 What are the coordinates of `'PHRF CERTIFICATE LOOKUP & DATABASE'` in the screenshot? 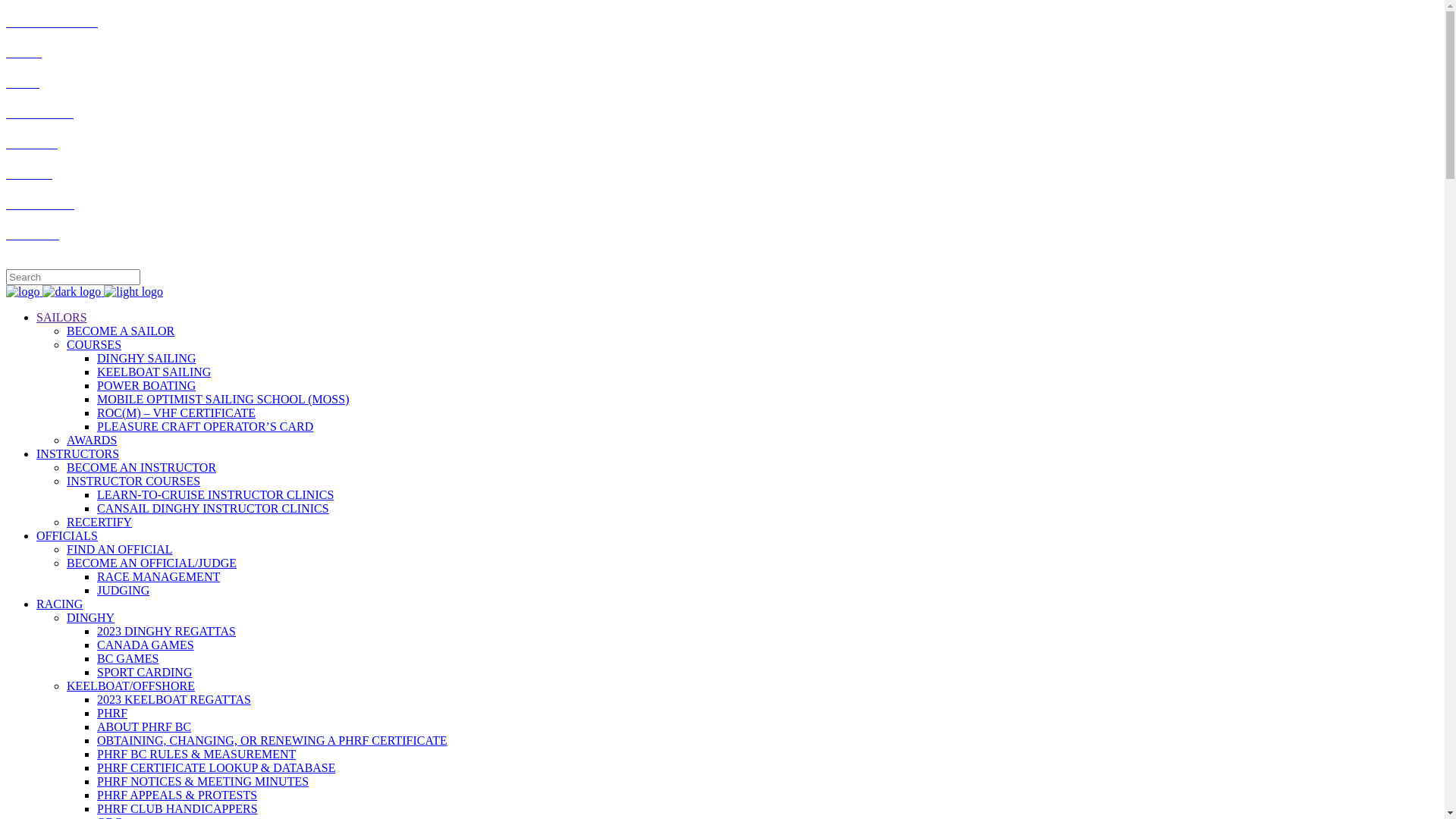 It's located at (215, 767).